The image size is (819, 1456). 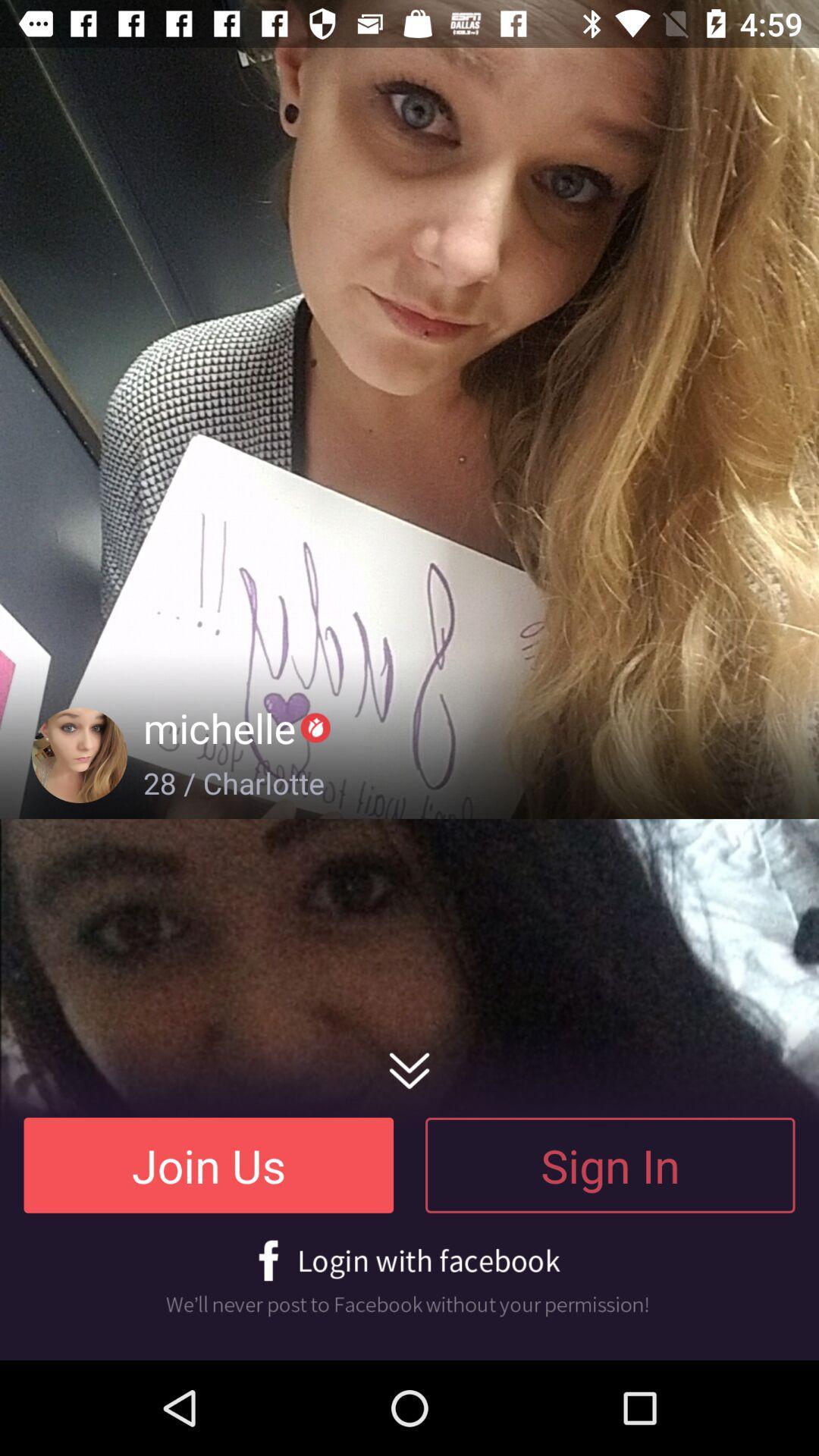 I want to click on icon next to the join us icon, so click(x=609, y=1164).